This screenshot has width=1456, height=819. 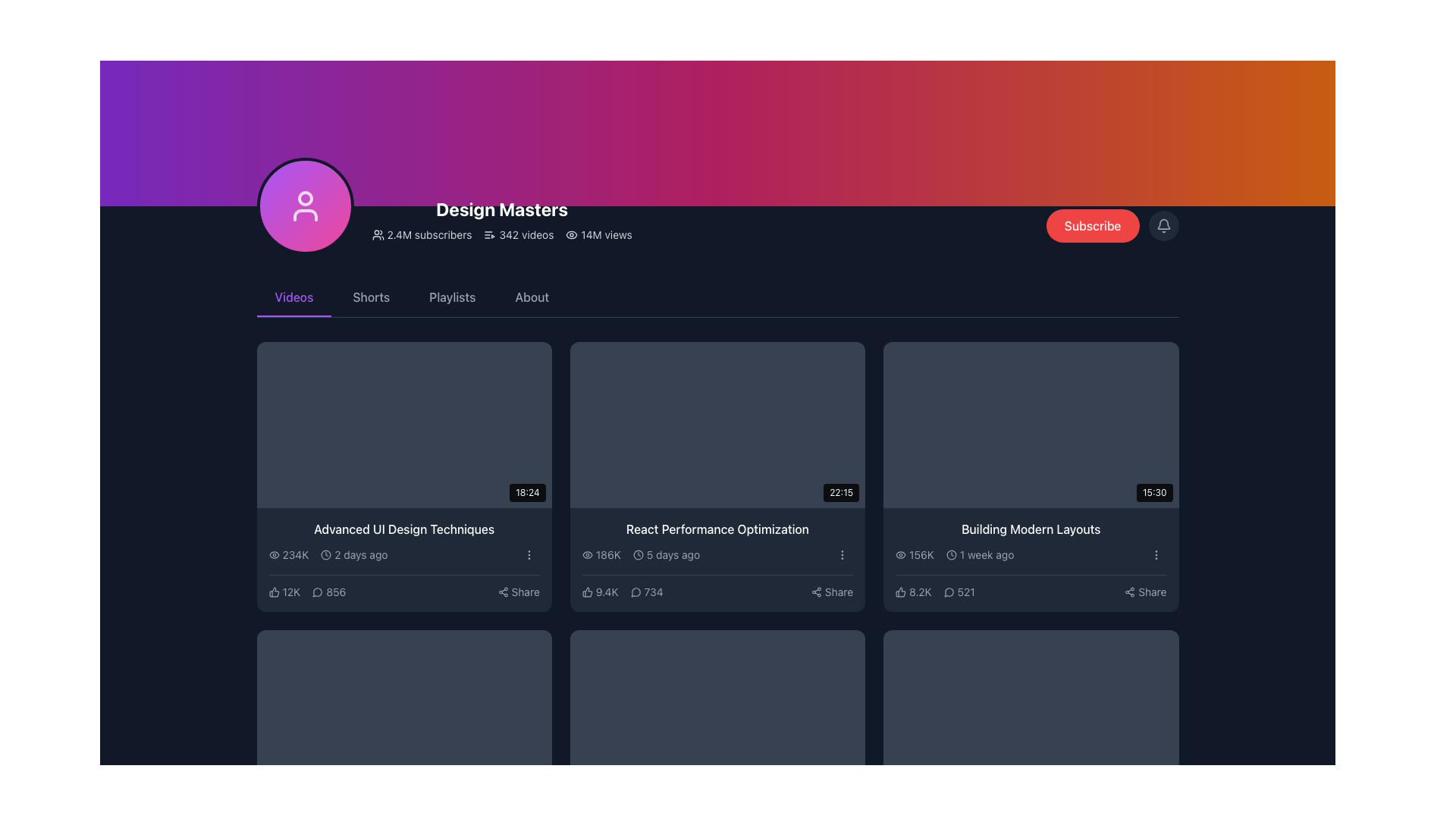 I want to click on the static text label displaying '186K' adjacent to an eye icon, indicating the count of views, located in the metadata section under the video thumbnail for 'React Performance Optimization', so click(x=601, y=555).